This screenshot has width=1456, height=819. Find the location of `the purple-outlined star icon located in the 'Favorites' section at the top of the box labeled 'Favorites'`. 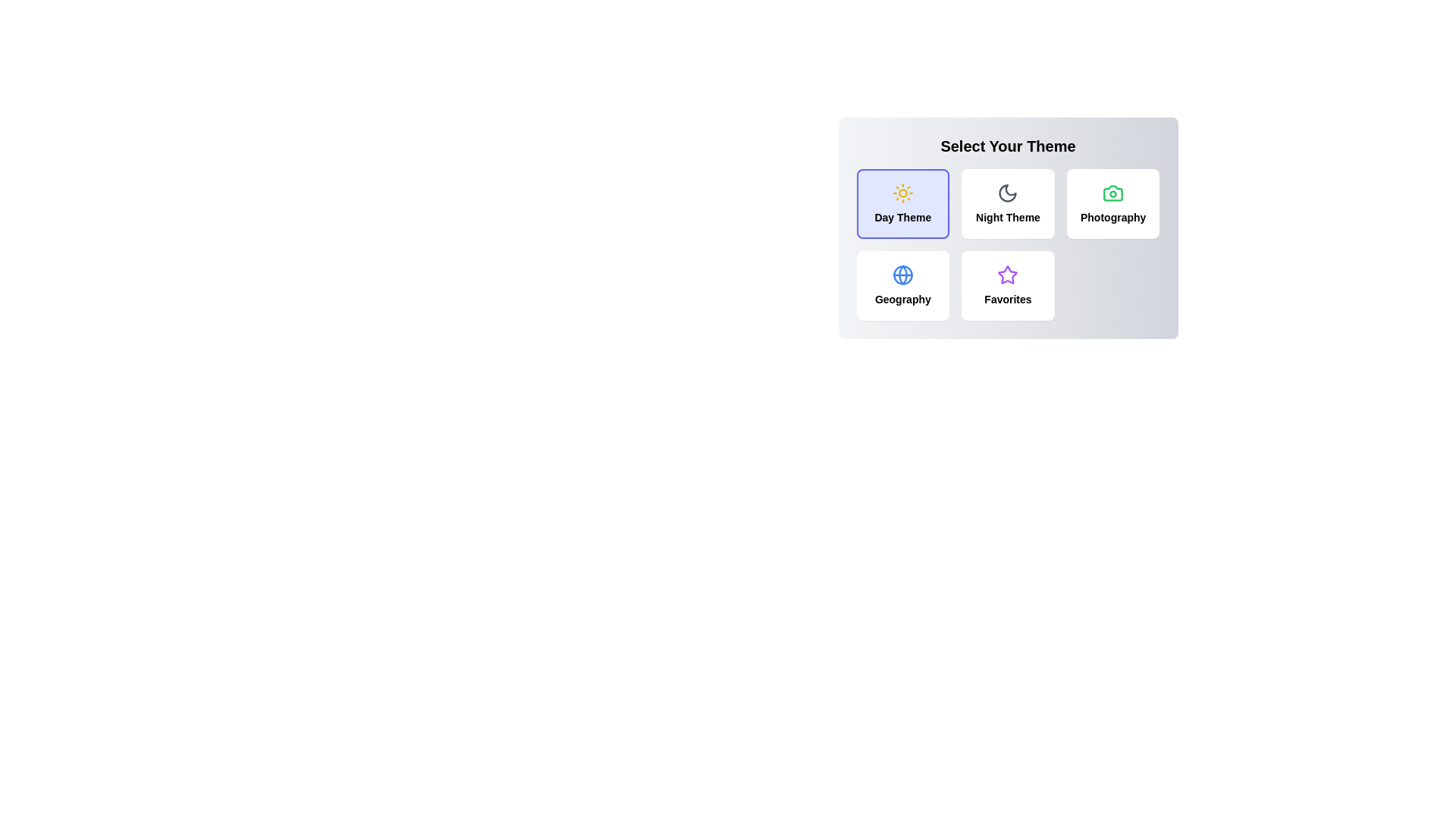

the purple-outlined star icon located in the 'Favorites' section at the top of the box labeled 'Favorites' is located at coordinates (1008, 275).